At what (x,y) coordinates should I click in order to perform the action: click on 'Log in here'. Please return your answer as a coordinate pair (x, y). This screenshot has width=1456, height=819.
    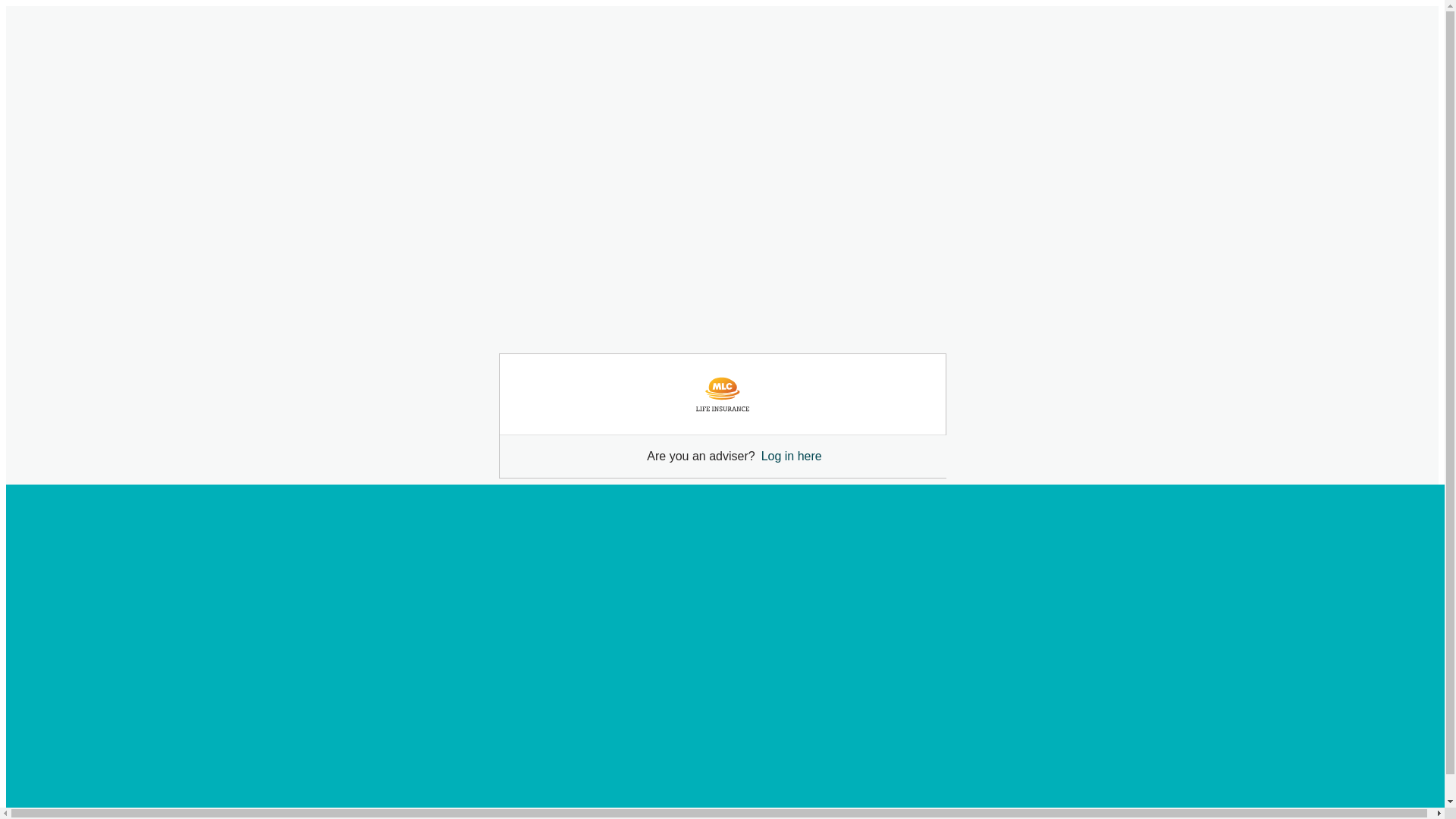
    Looking at the image, I should click on (790, 455).